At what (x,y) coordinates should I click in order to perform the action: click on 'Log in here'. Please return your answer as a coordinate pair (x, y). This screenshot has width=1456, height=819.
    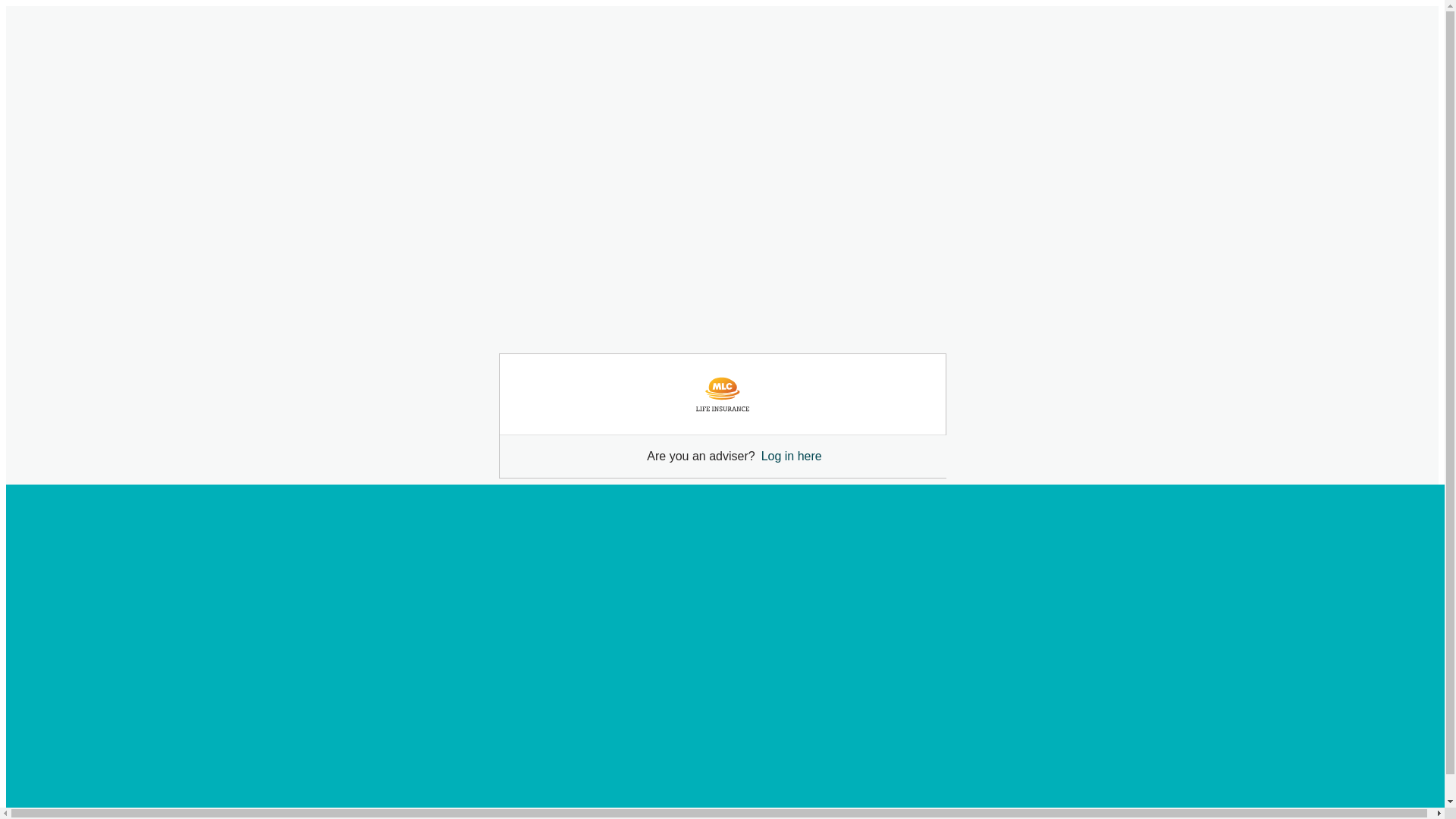
    Looking at the image, I should click on (790, 455).